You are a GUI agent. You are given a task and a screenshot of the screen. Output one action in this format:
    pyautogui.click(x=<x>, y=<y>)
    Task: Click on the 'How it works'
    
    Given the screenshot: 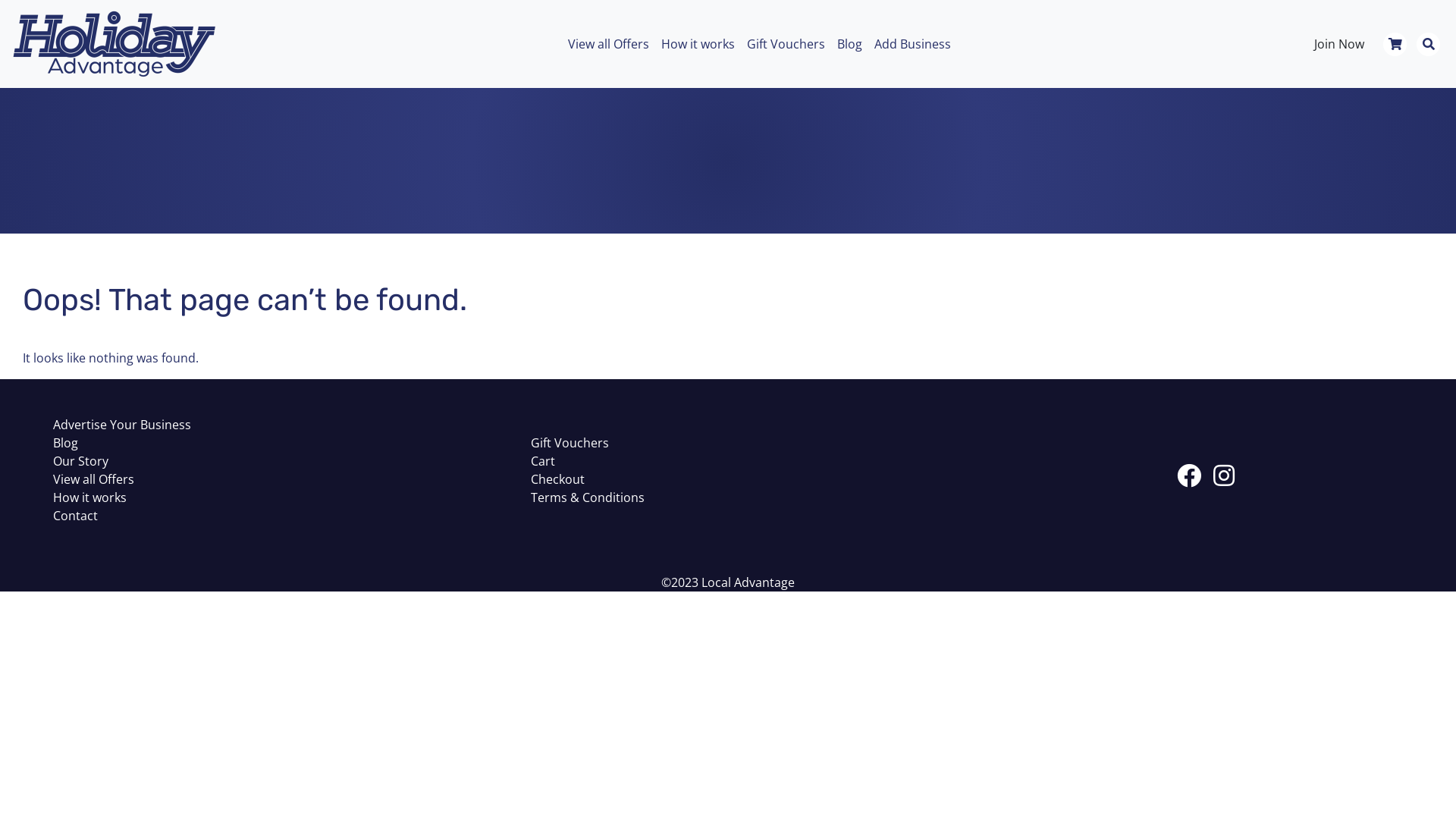 What is the action you would take?
    pyautogui.click(x=655, y=42)
    